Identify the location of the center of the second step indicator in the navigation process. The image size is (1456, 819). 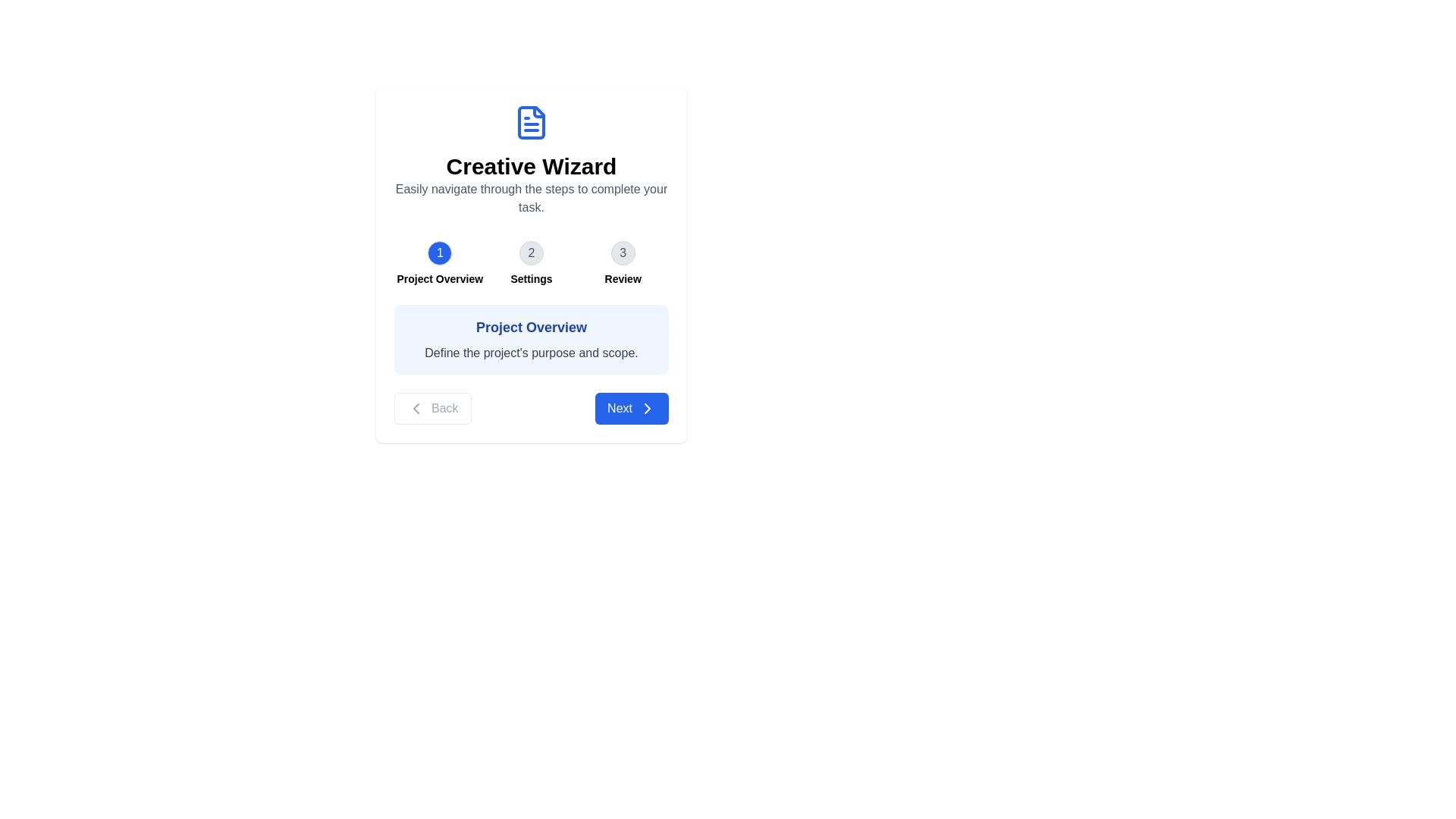
(531, 262).